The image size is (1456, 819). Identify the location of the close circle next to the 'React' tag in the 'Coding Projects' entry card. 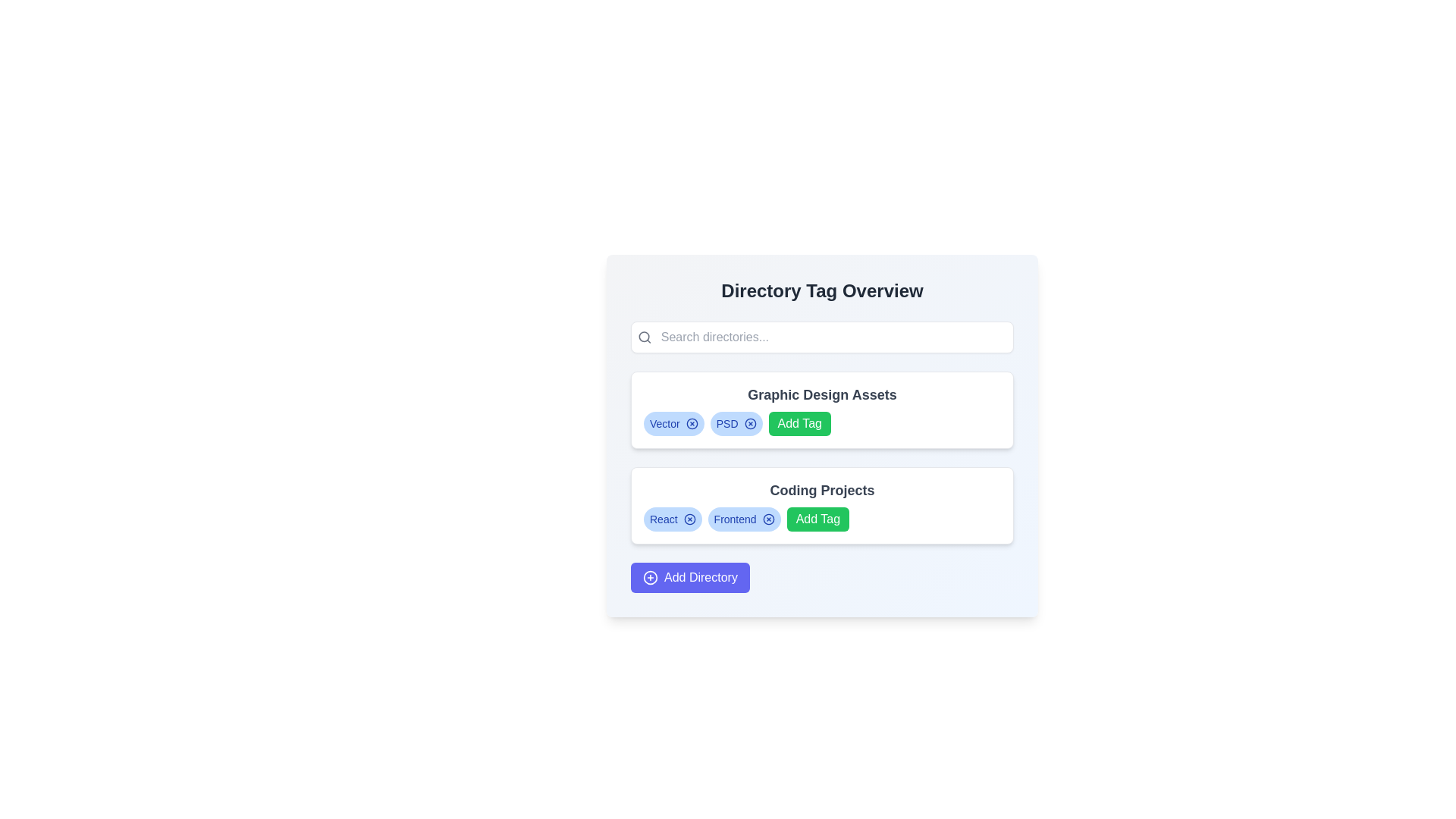
(689, 519).